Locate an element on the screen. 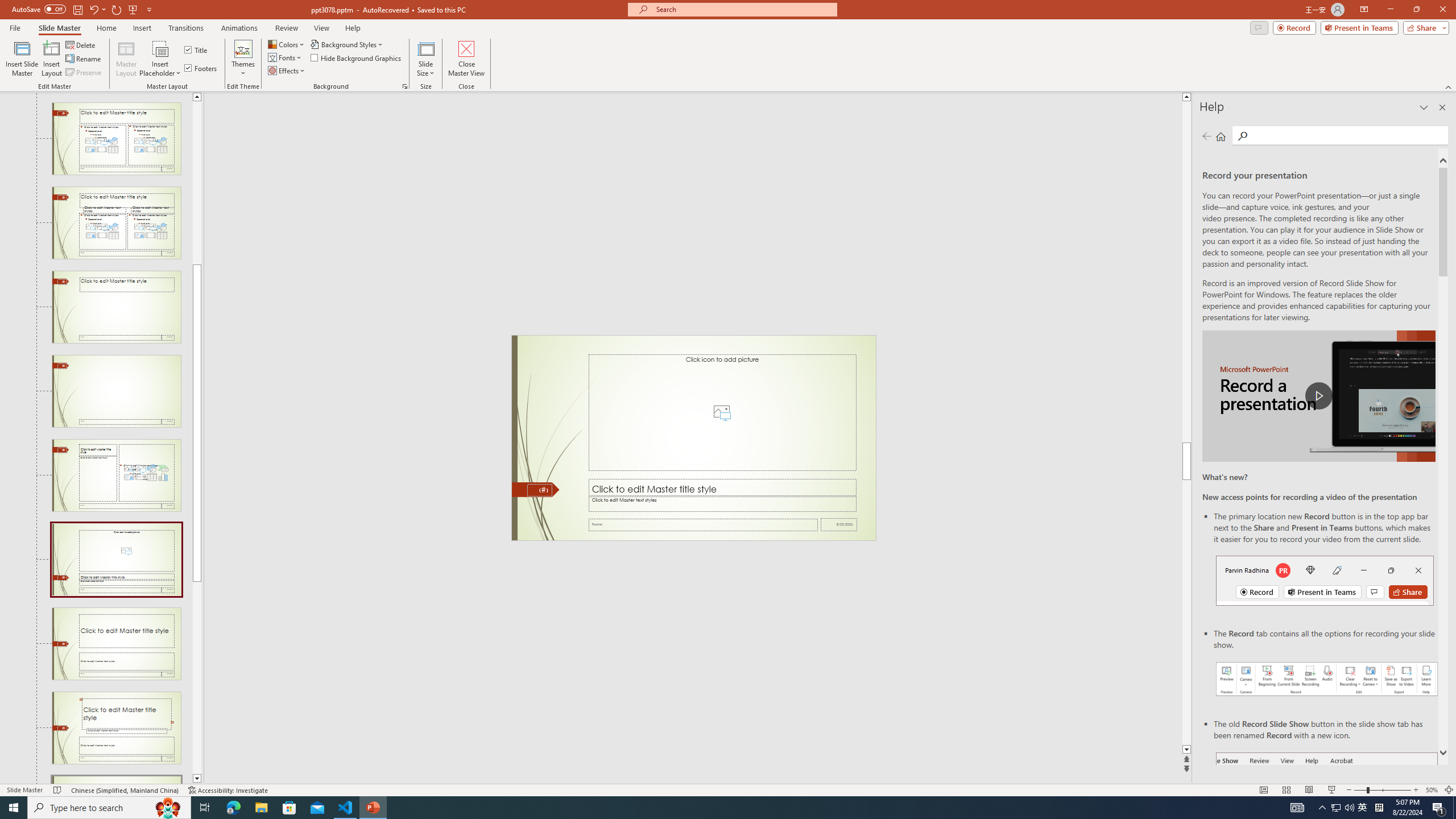 Image resolution: width=1456 pixels, height=819 pixels. 'Footers' is located at coordinates (201, 67).